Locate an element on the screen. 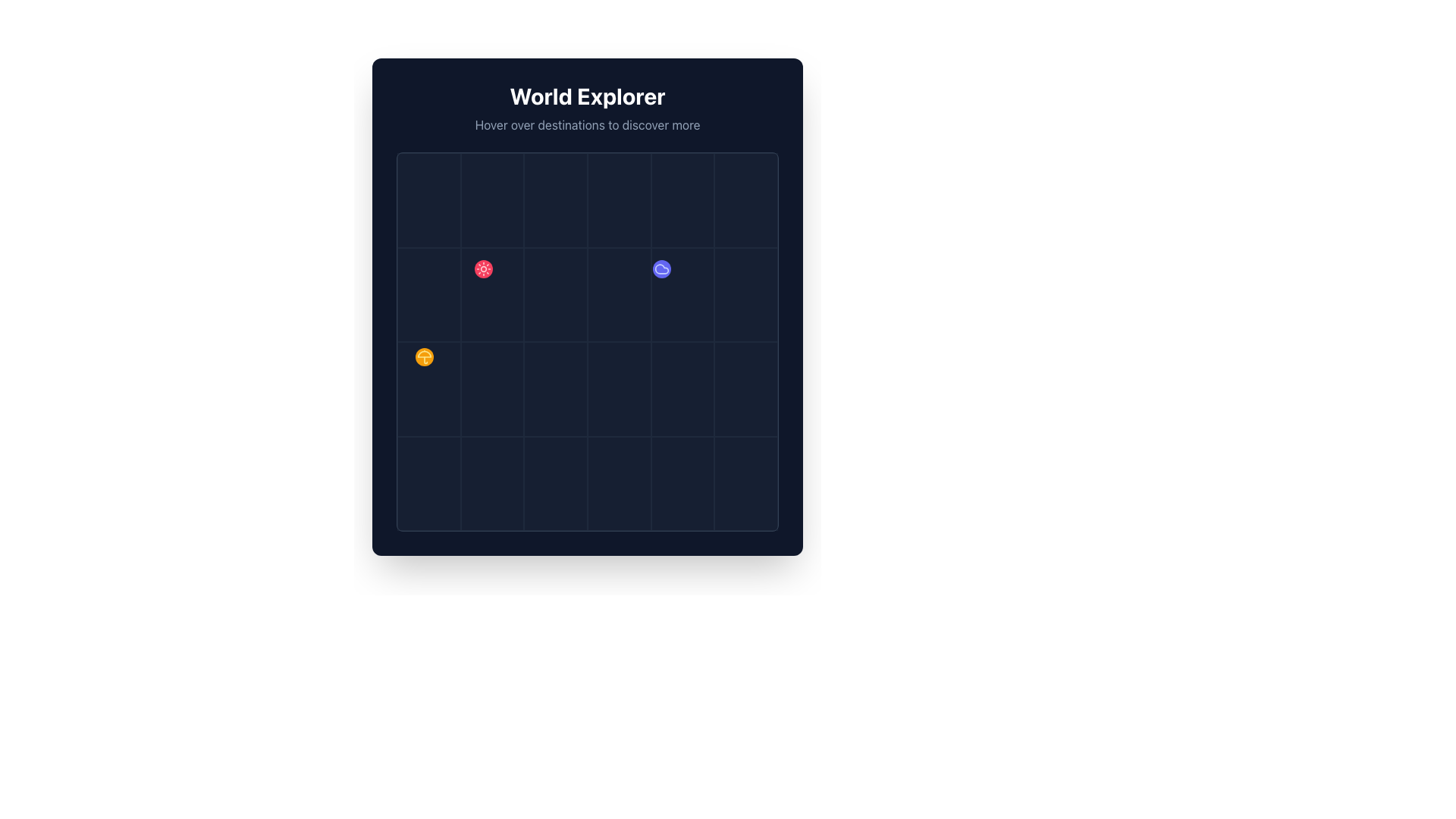 The width and height of the screenshot is (1456, 819). the static grid cell located in the first row and fourth column of the grid within the 'World Explorer' frame to interact is located at coordinates (619, 199).